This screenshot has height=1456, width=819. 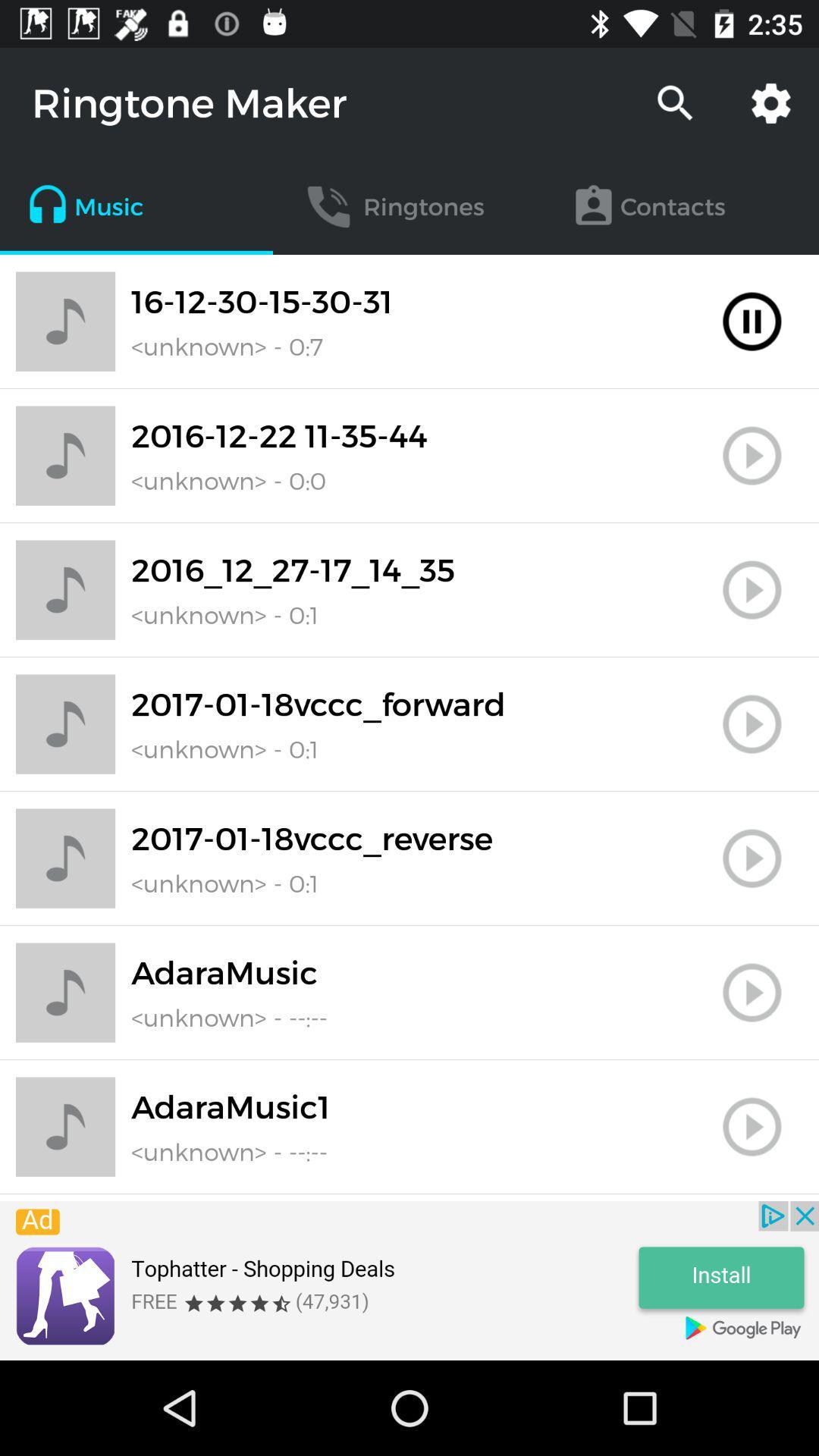 What do you see at coordinates (752, 321) in the screenshot?
I see `play` at bounding box center [752, 321].